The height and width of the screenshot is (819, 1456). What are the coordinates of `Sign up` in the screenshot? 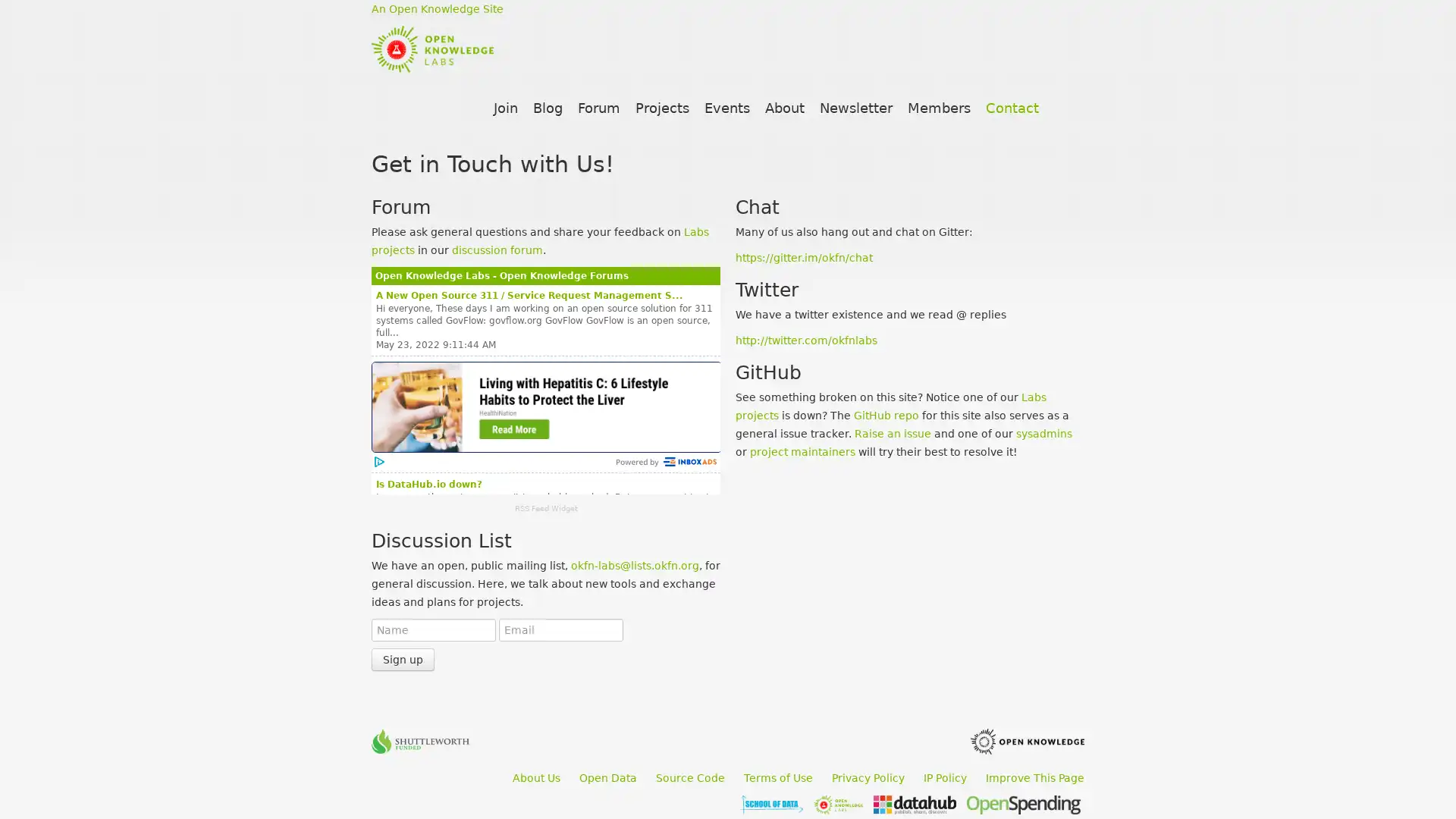 It's located at (403, 659).